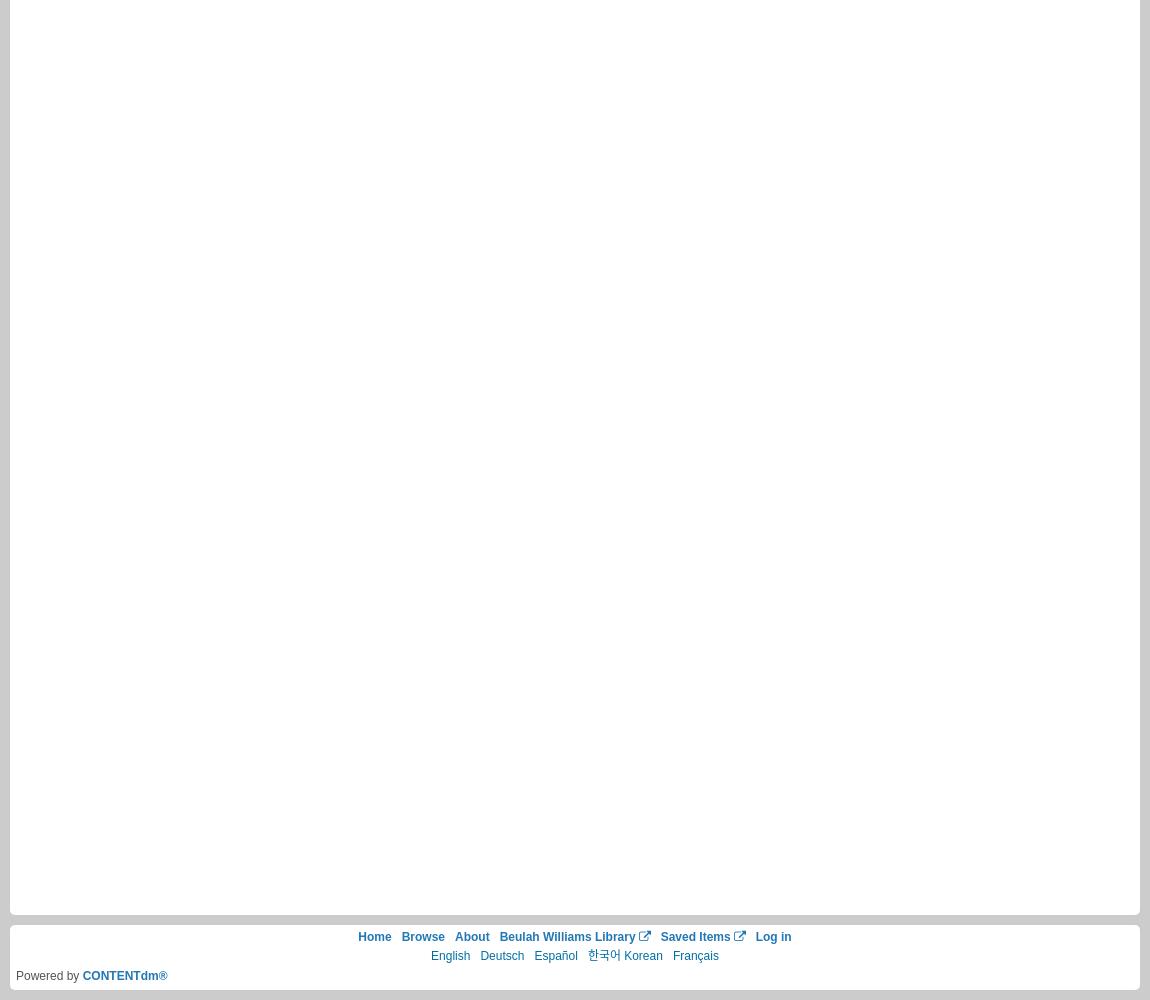 Image resolution: width=1150 pixels, height=1000 pixels. I want to click on '한국어 Korean', so click(623, 955).